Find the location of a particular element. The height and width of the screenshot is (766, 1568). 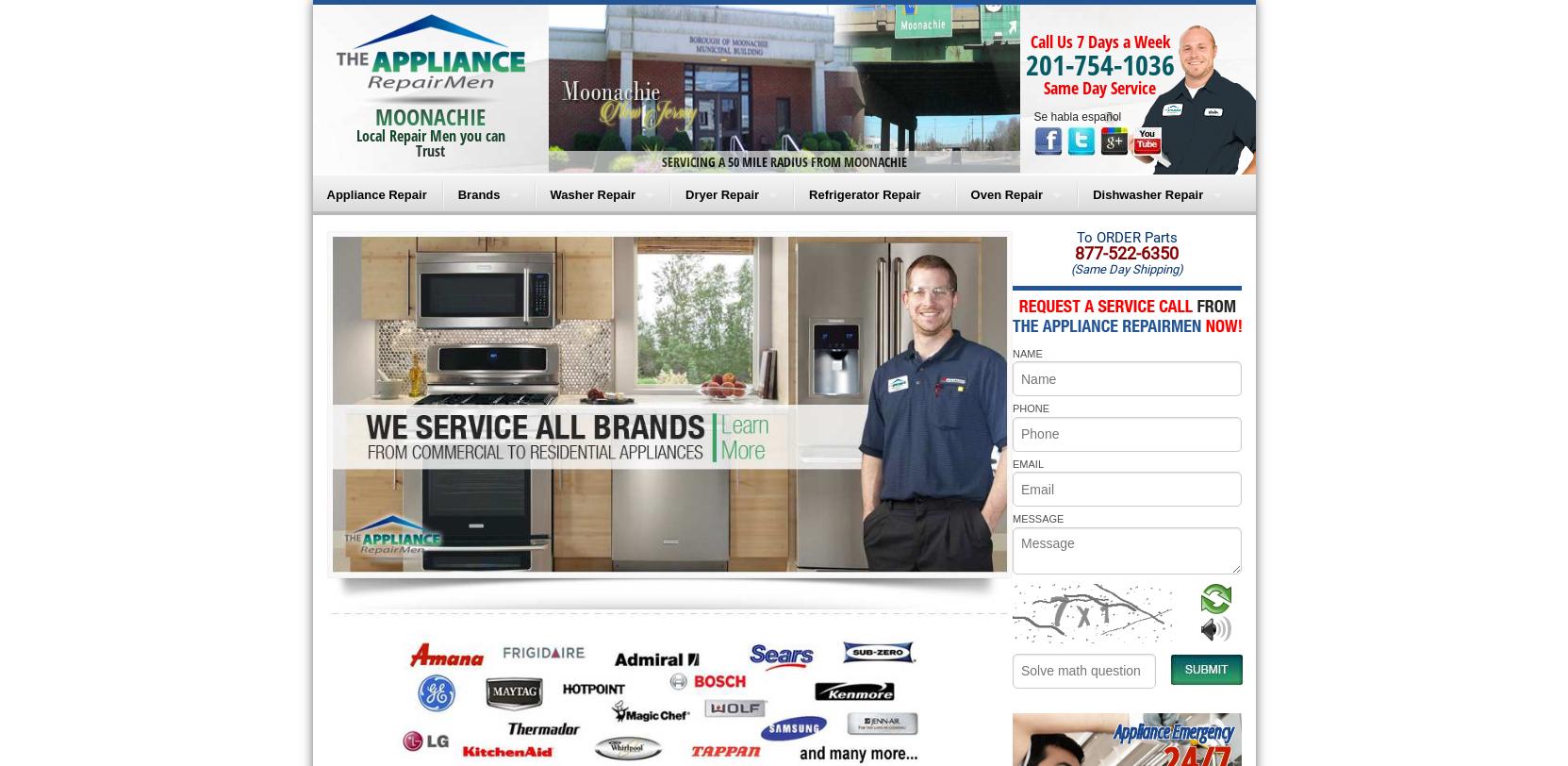

'(Same Day Shipping)' is located at coordinates (1126, 269).